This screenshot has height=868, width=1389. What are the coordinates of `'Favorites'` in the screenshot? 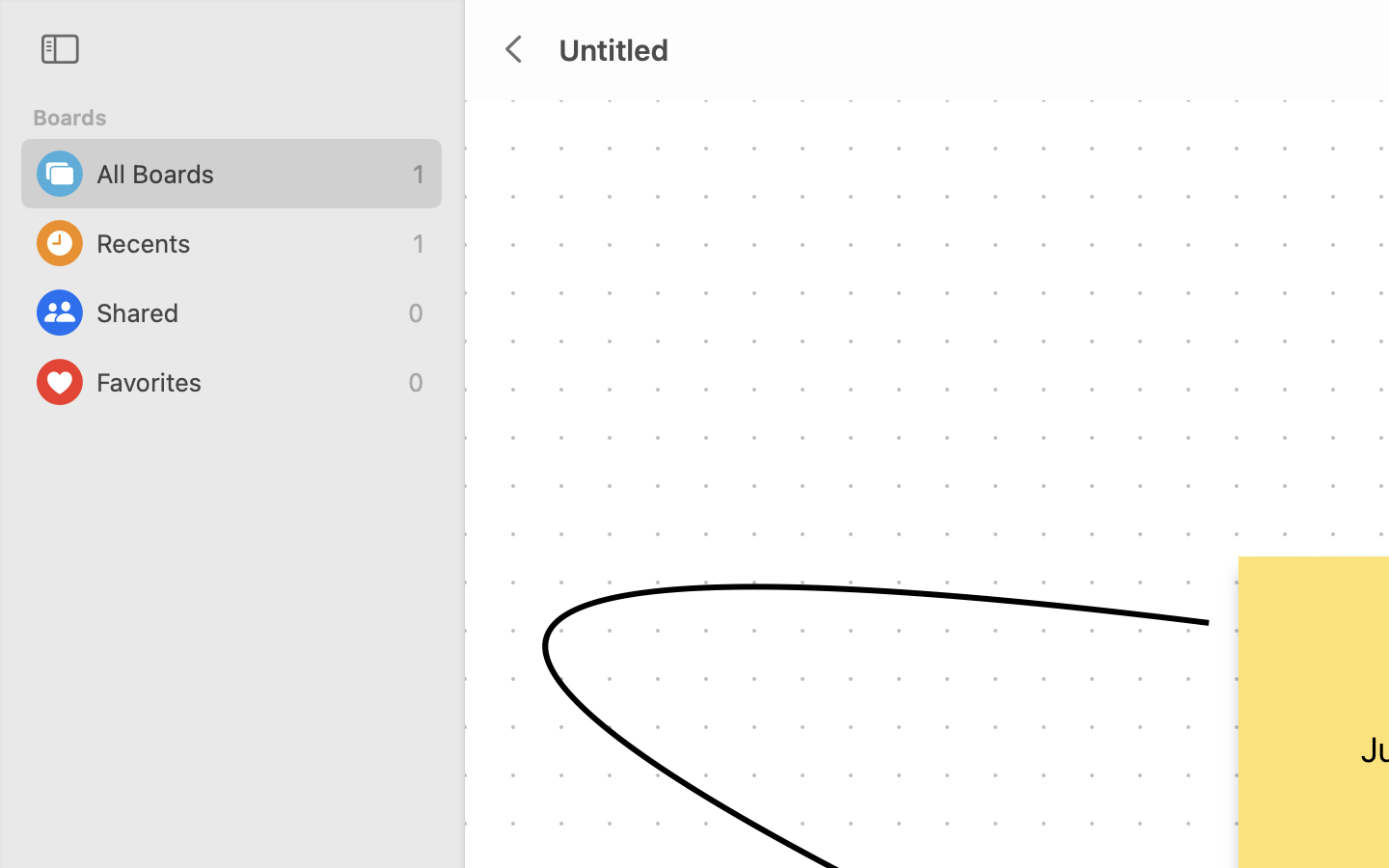 It's located at (246, 382).